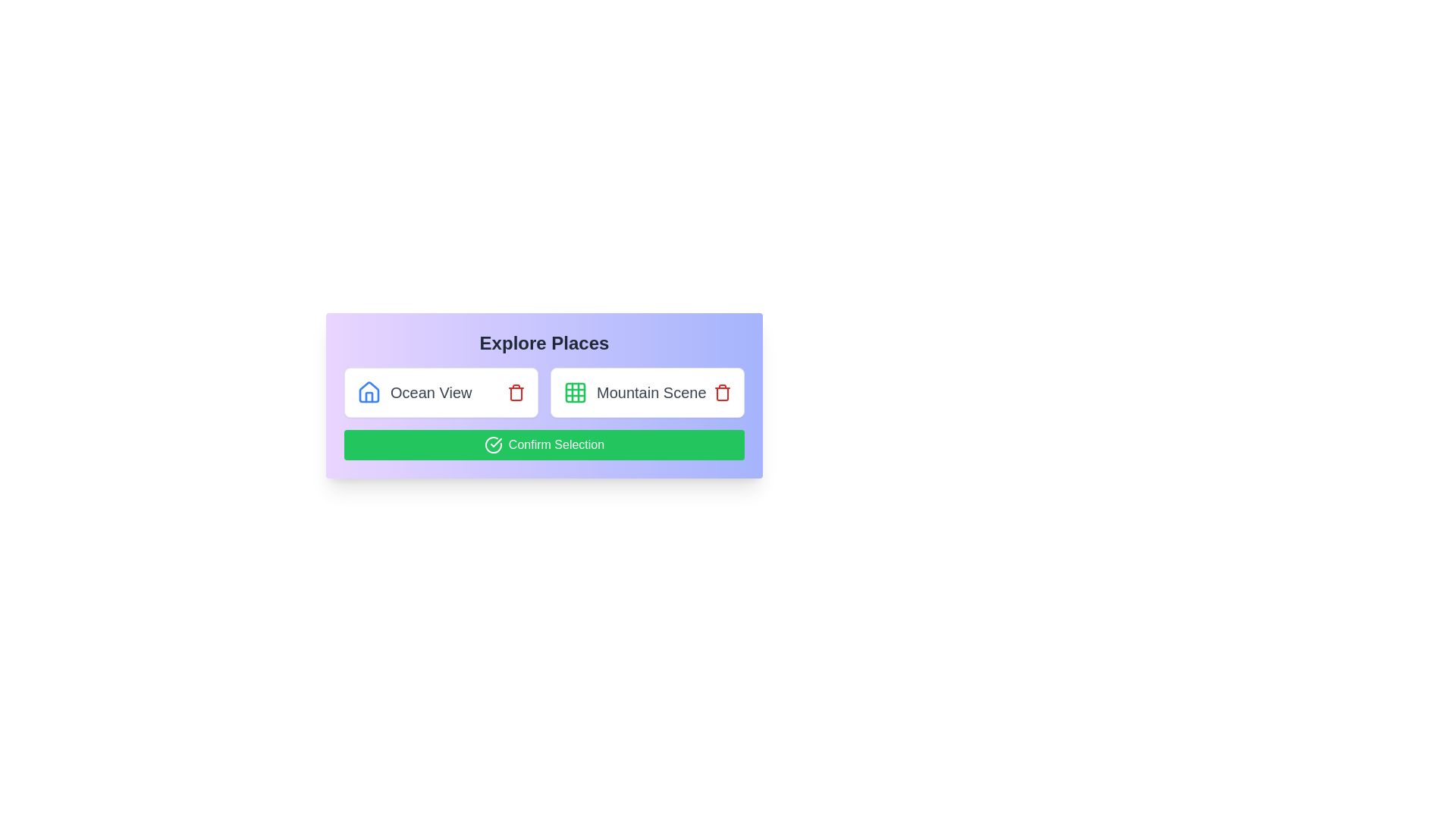 This screenshot has height=819, width=1456. Describe the element at coordinates (544, 391) in the screenshot. I see `the selection menu section under the title 'Explore Places'` at that location.